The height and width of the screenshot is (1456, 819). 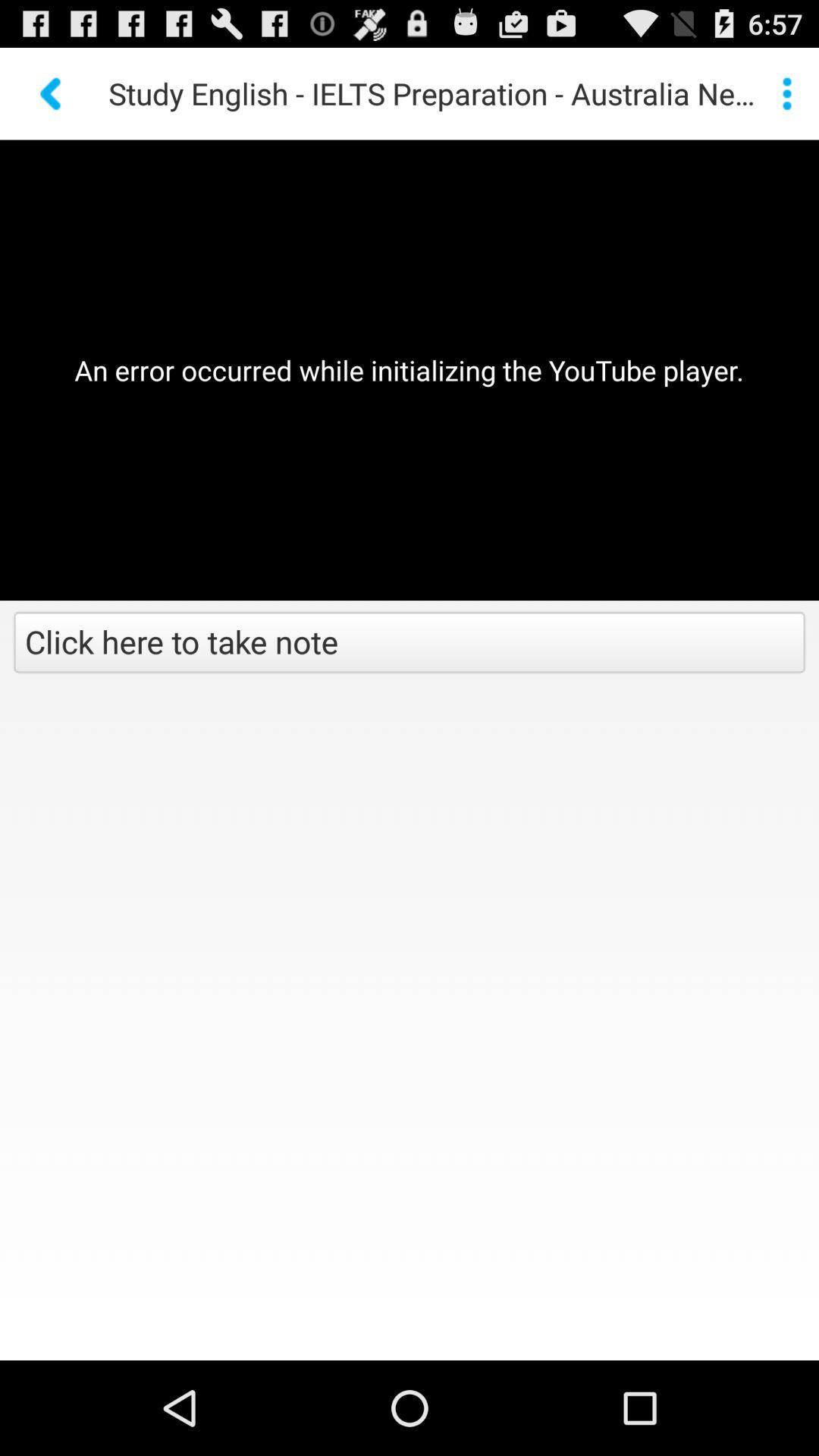 What do you see at coordinates (52, 93) in the screenshot?
I see `the item next to the study english ielts icon` at bounding box center [52, 93].